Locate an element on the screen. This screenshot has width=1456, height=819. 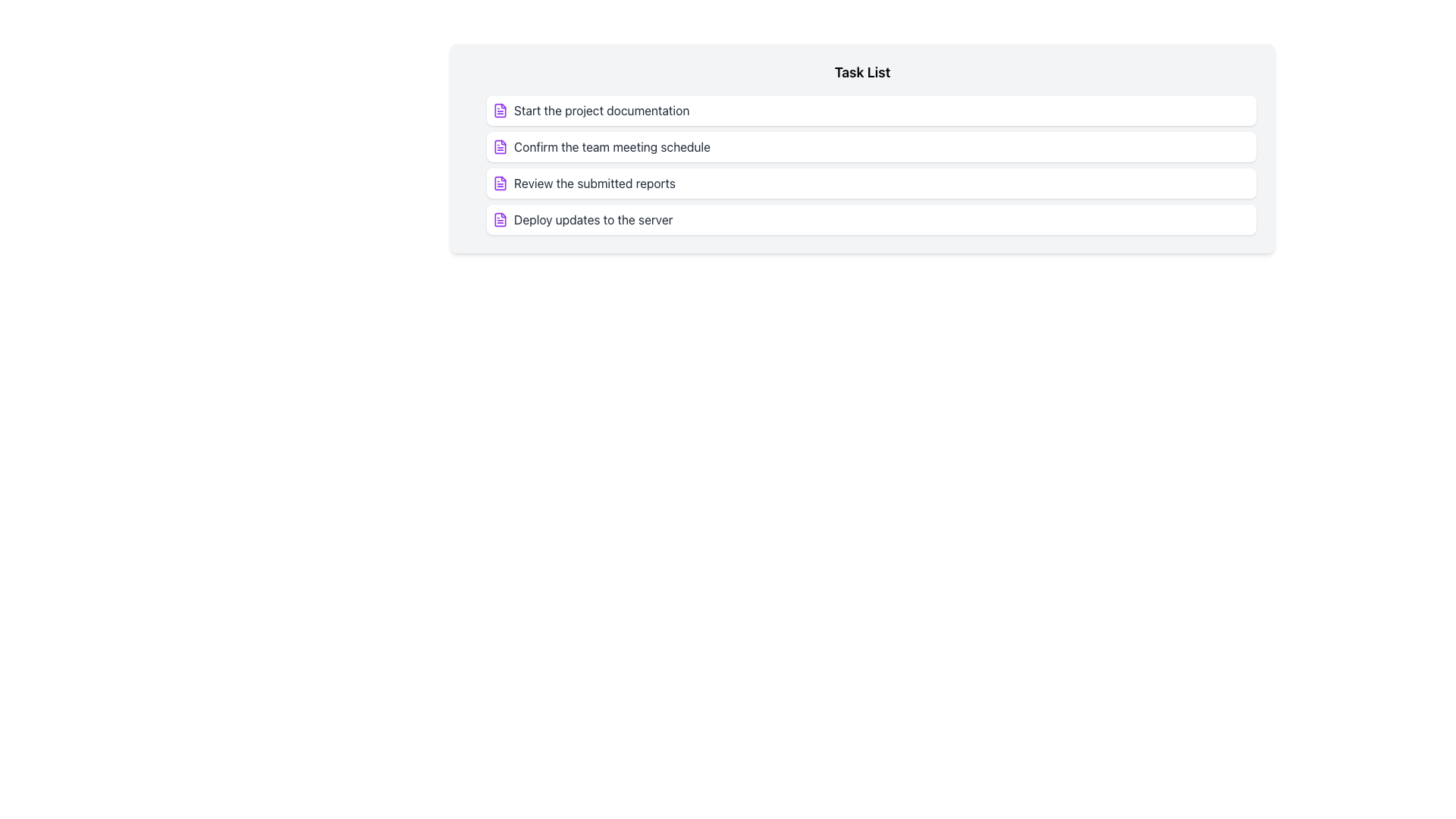
text content of the label that says 'Review the submitted reports', which is the third item in the vertically aligned task list, styled with a dark gray color and positioned within a rounded white background is located at coordinates (594, 183).